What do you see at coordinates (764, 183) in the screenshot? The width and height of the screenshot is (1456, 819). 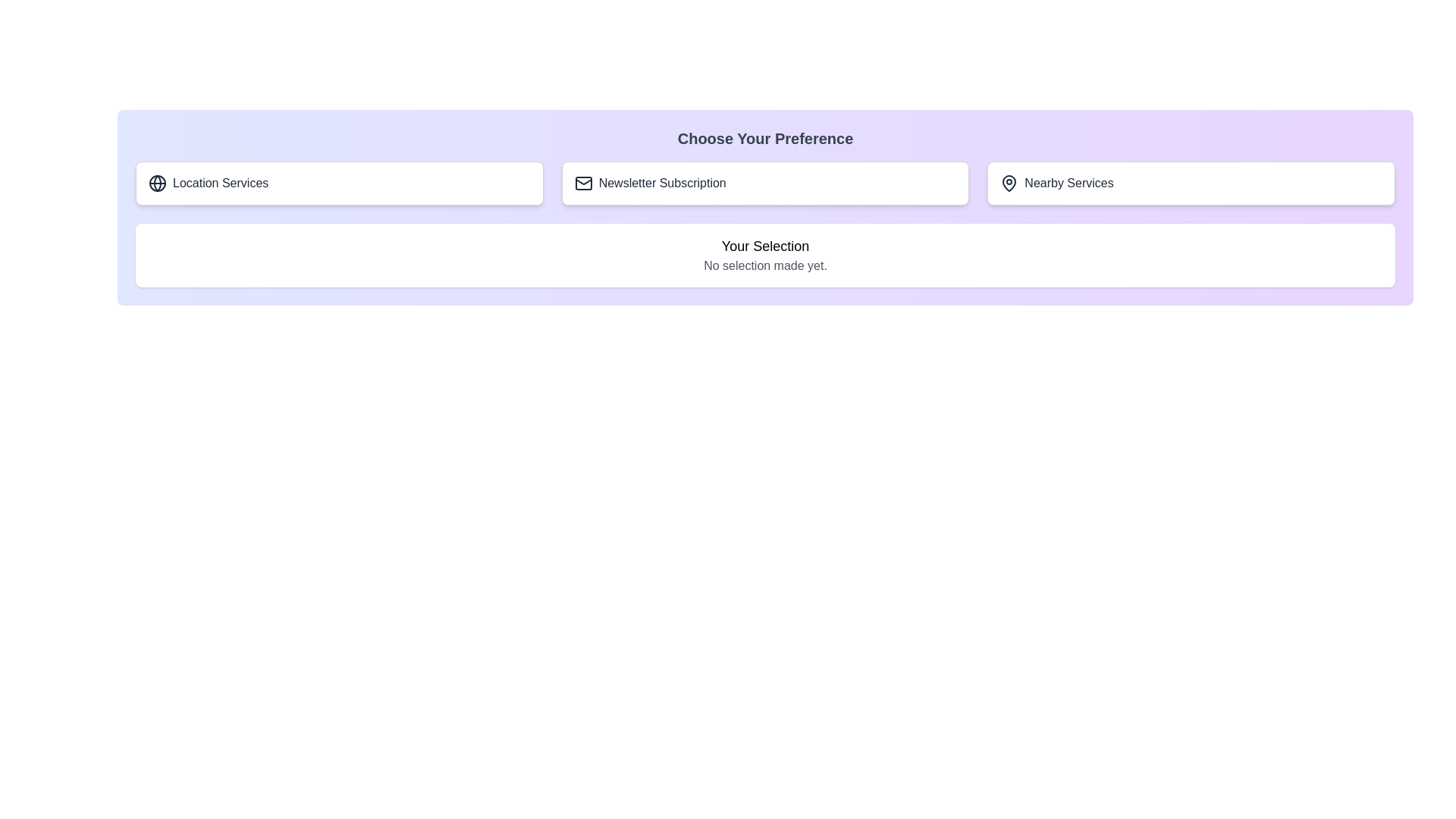 I see `the button labeled Newsletter Subscription to observe its hover effect` at bounding box center [764, 183].